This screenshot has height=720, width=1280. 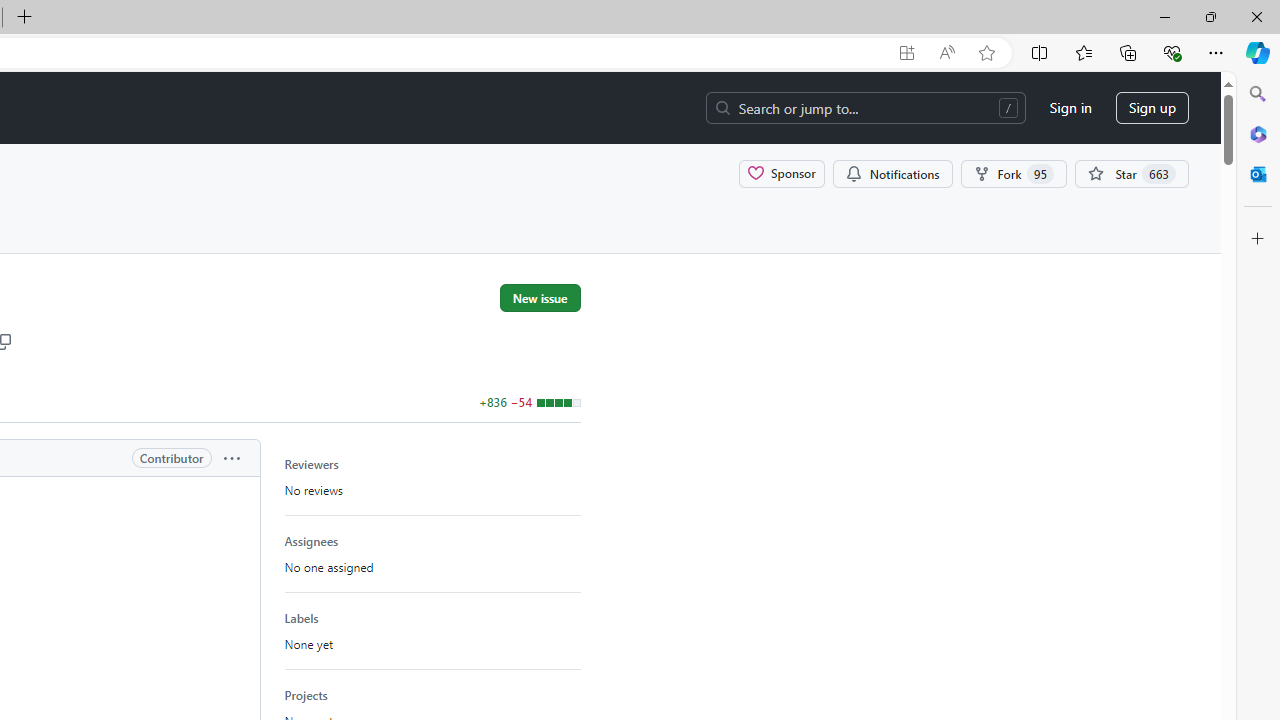 What do you see at coordinates (540, 297) in the screenshot?
I see `'New issue'` at bounding box center [540, 297].